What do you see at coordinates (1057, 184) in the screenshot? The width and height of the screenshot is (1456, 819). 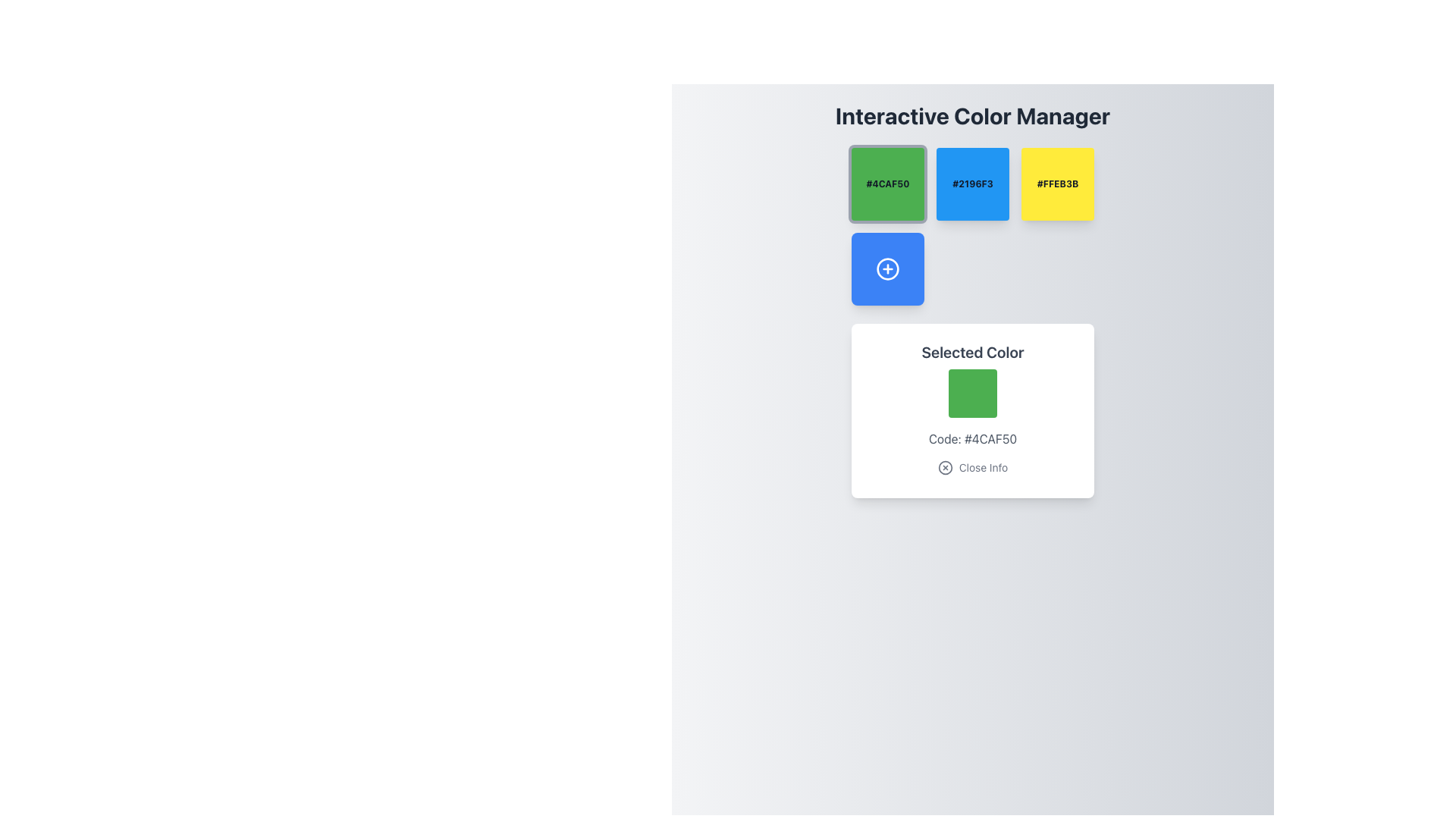 I see `the Color Selection Tile, which is the third item in the first row of a 3x2 layout located in the top-right corner of the grid` at bounding box center [1057, 184].